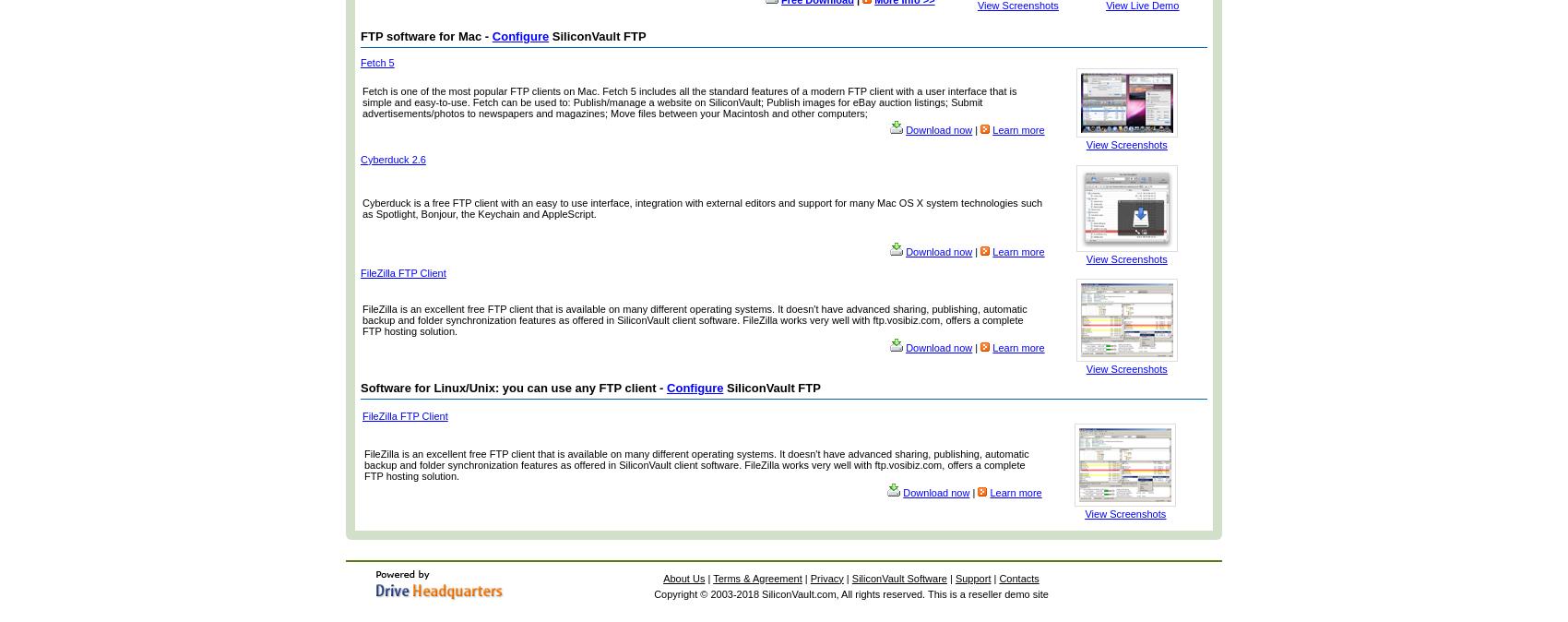 The height and width of the screenshot is (622, 1568). Describe the element at coordinates (701, 207) in the screenshot. I see `'Cyberduck is a free FTP client with an easy to use interface, integration with external editors and support for many Mac OS X system technologies such as Spotlight, Bonjour, the Keychain and AppleScript.'` at that location.